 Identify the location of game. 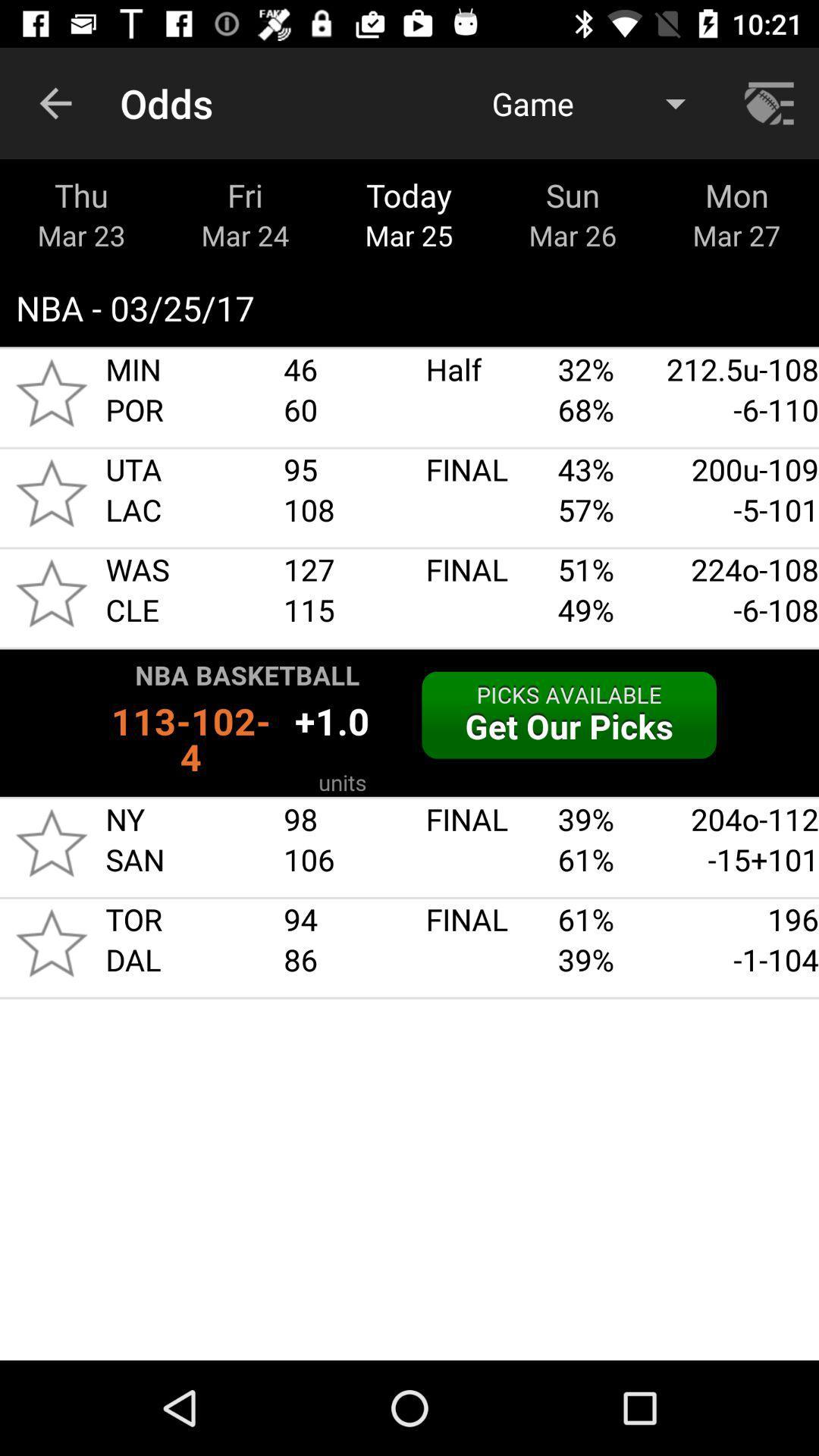
(51, 592).